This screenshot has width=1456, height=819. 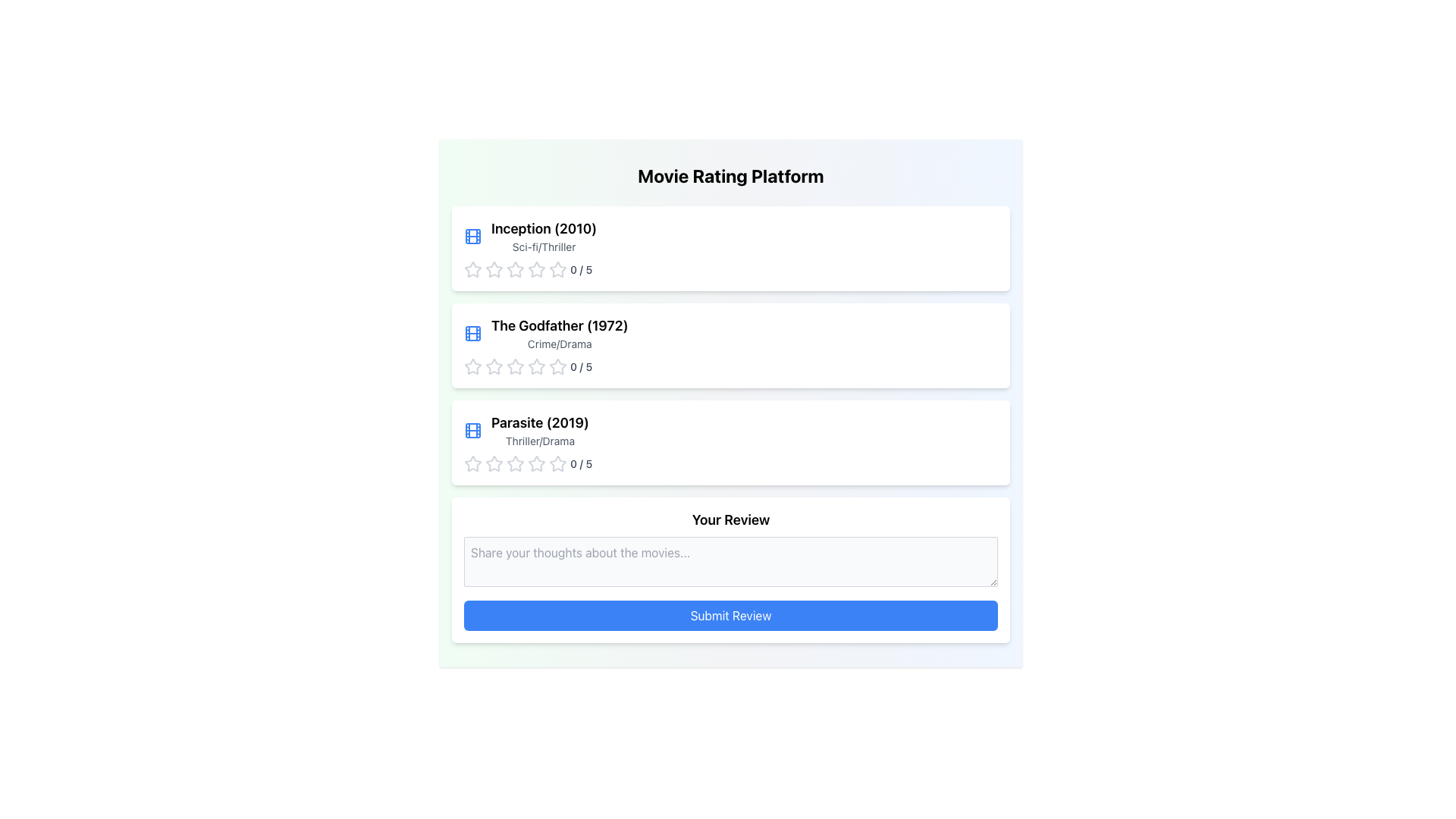 I want to click on the first star icon in the rating row for the movie 'Parasite (2019)', so click(x=537, y=463).